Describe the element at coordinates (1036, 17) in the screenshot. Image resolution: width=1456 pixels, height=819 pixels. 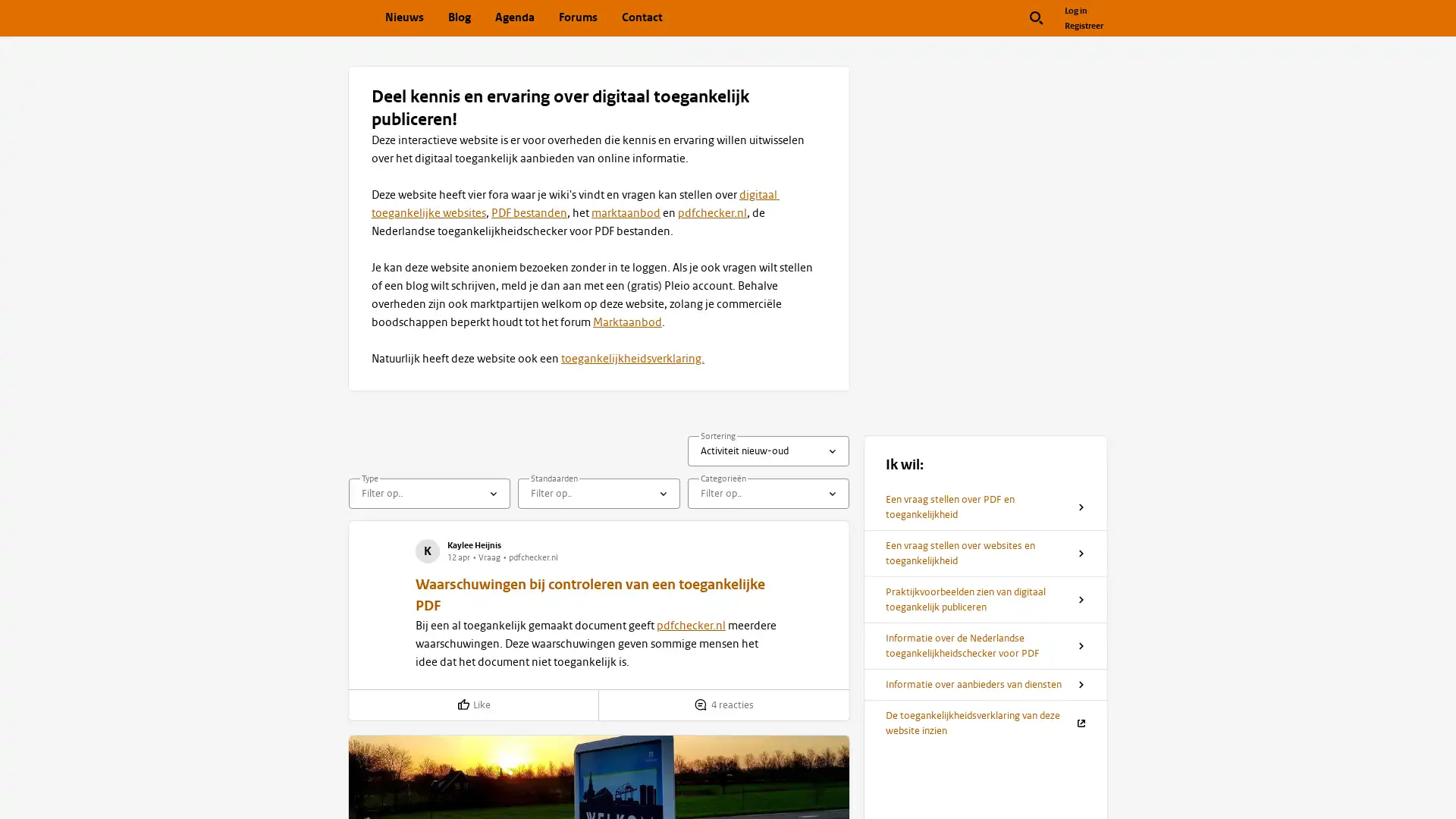
I see `Zoek` at that location.